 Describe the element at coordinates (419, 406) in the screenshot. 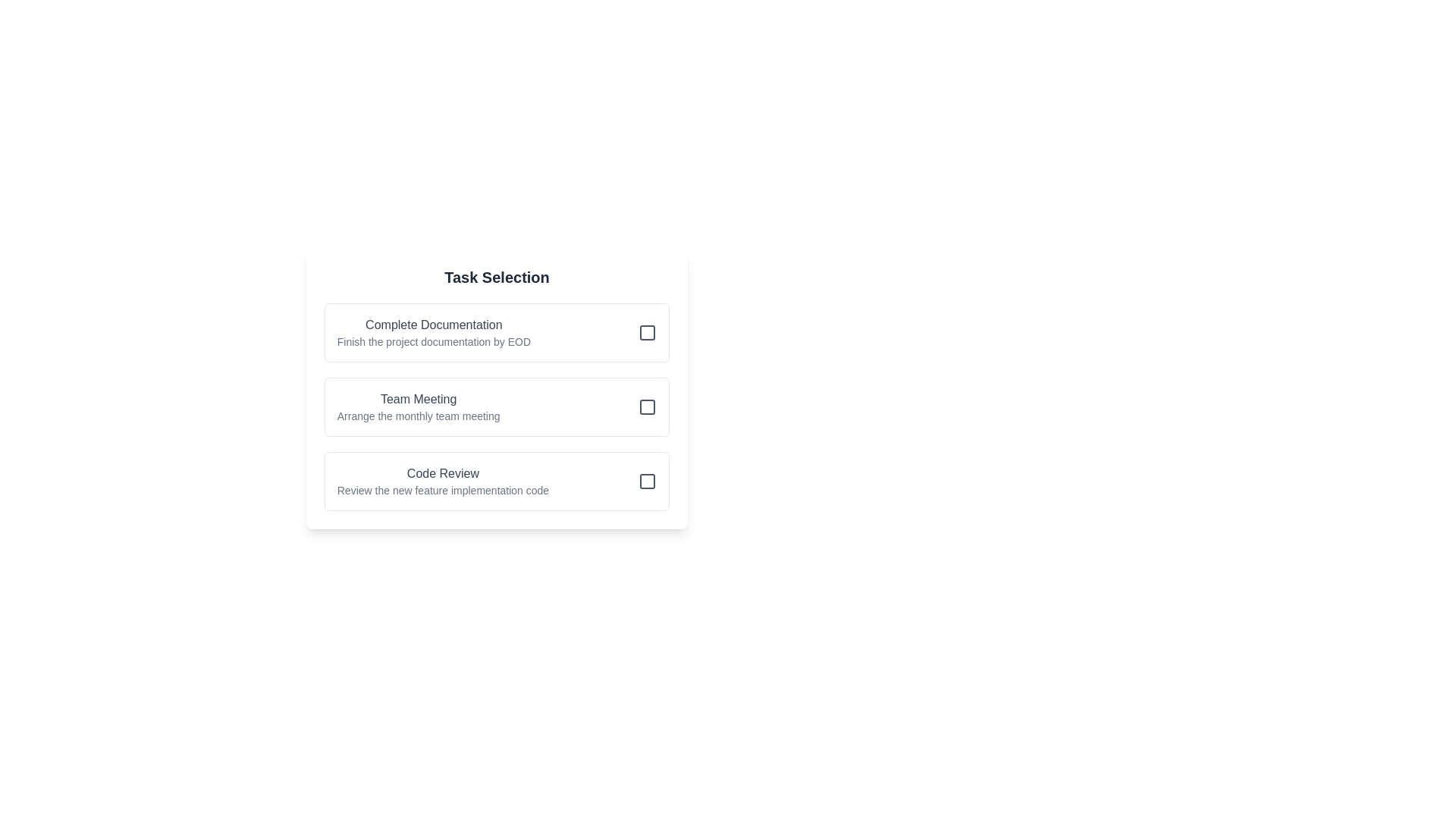

I see `the text block displaying 'Team Meeting' and 'Arrange the monthly meeting', which is styled with gray text and is the second item in a vertical list` at that location.